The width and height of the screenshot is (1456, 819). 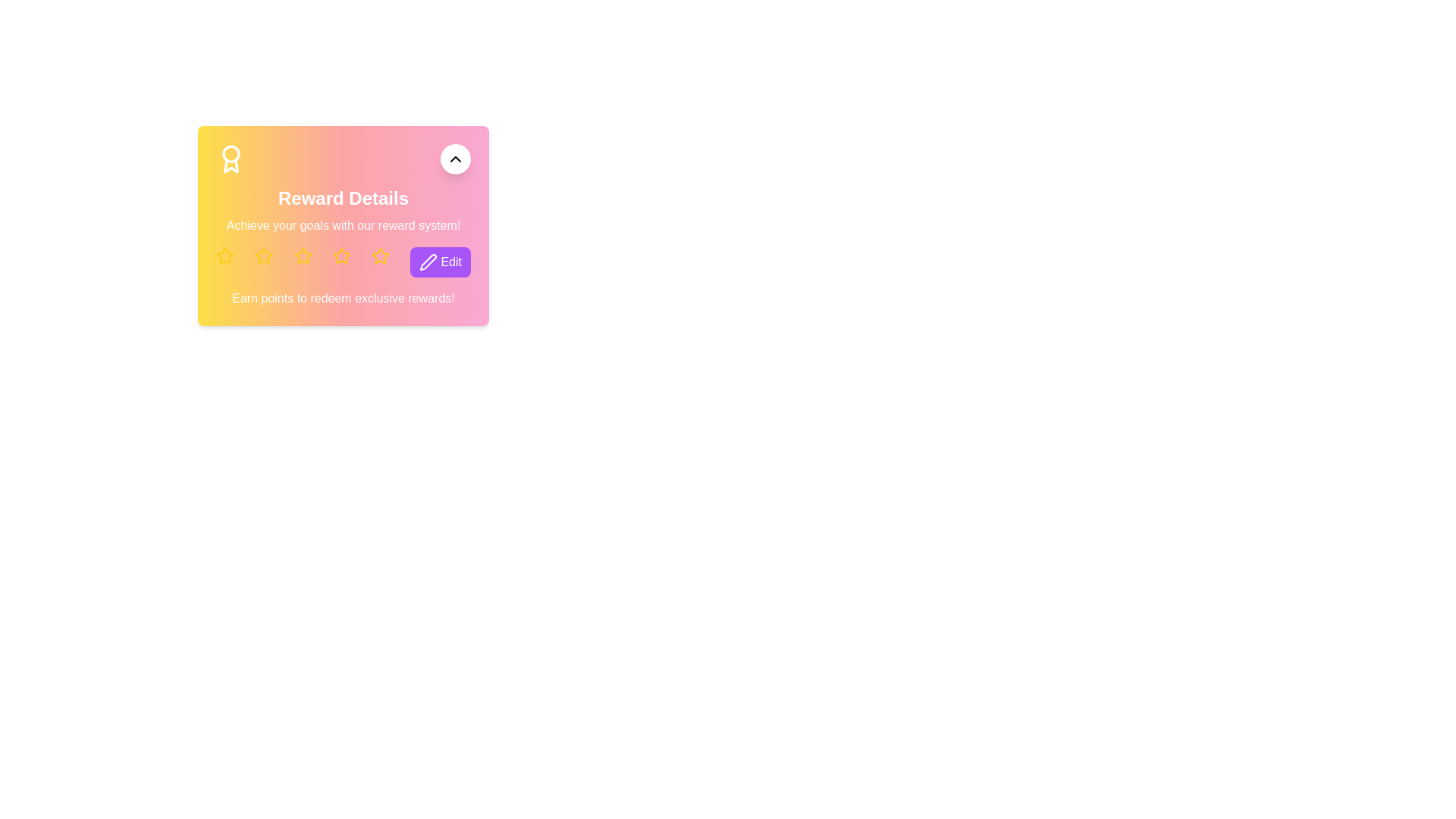 What do you see at coordinates (340, 255) in the screenshot?
I see `the fourth star icon in the user rating system within the 'Reward Details' card` at bounding box center [340, 255].